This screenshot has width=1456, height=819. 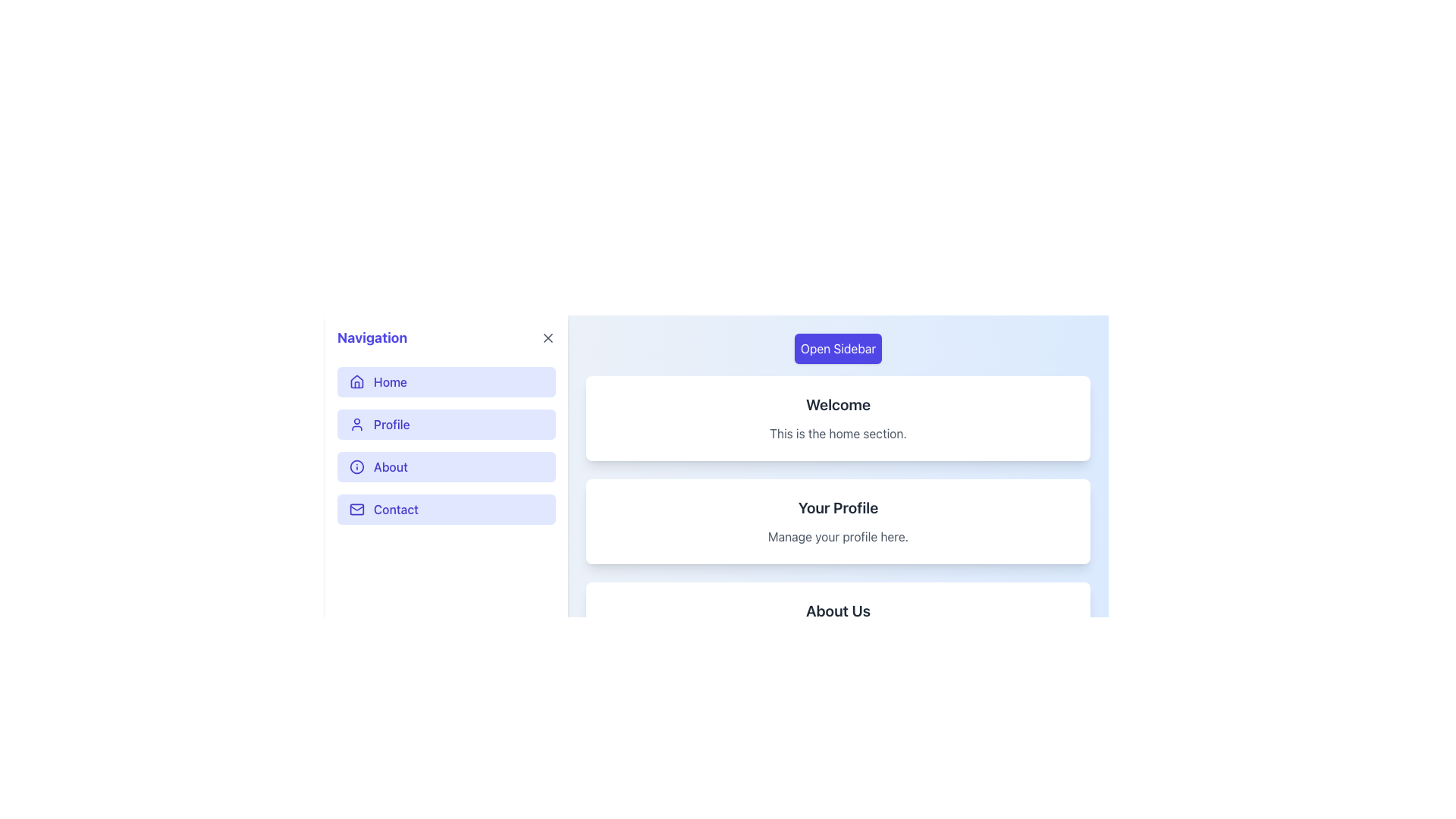 What do you see at coordinates (356, 381) in the screenshot?
I see `the small house icon with a blue outline located in the navigation sidebar` at bounding box center [356, 381].